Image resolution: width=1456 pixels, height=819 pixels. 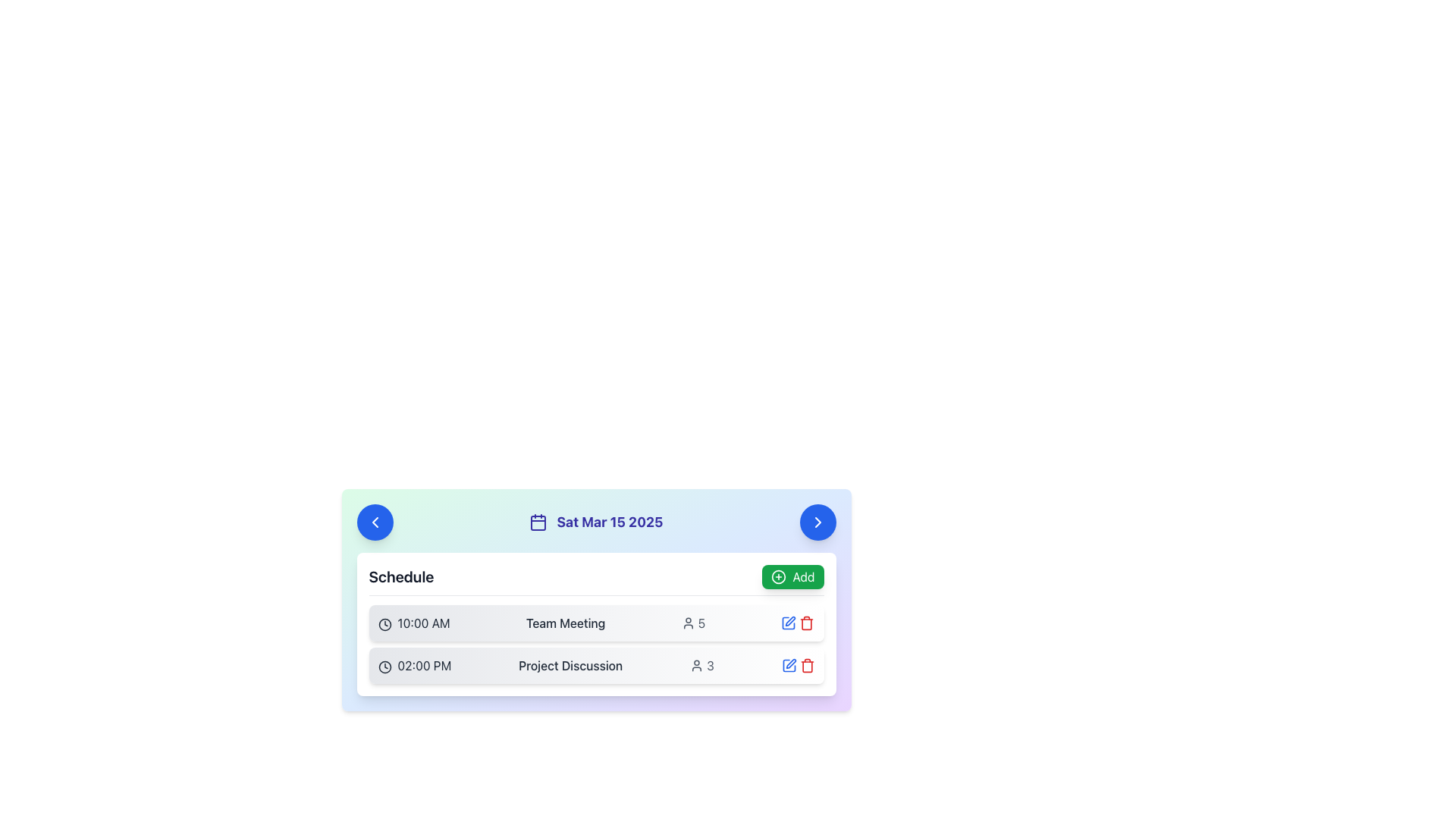 What do you see at coordinates (797, 623) in the screenshot?
I see `the blue pen icon in the interactive icon group located in the top-right corner of the 'Team Meeting' schedule item` at bounding box center [797, 623].